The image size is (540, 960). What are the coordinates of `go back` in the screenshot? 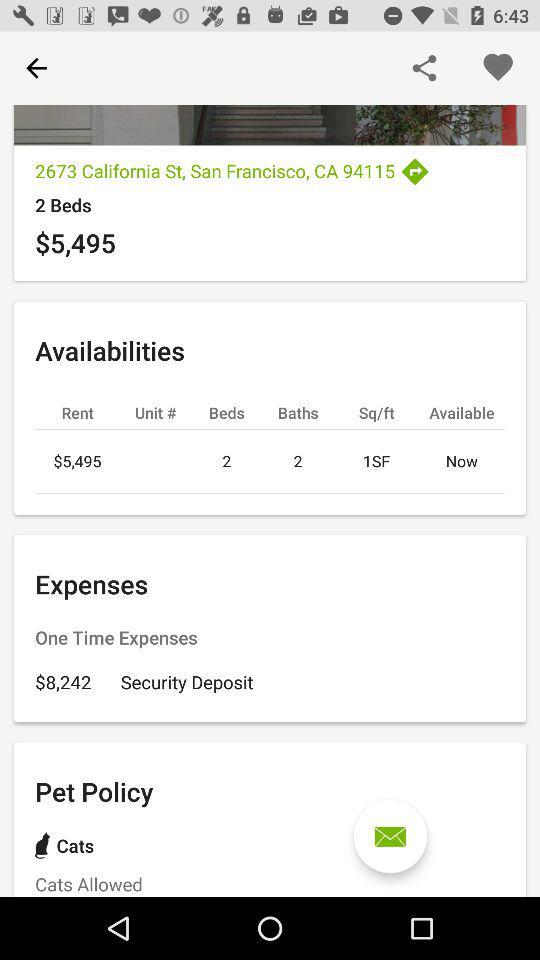 It's located at (36, 68).